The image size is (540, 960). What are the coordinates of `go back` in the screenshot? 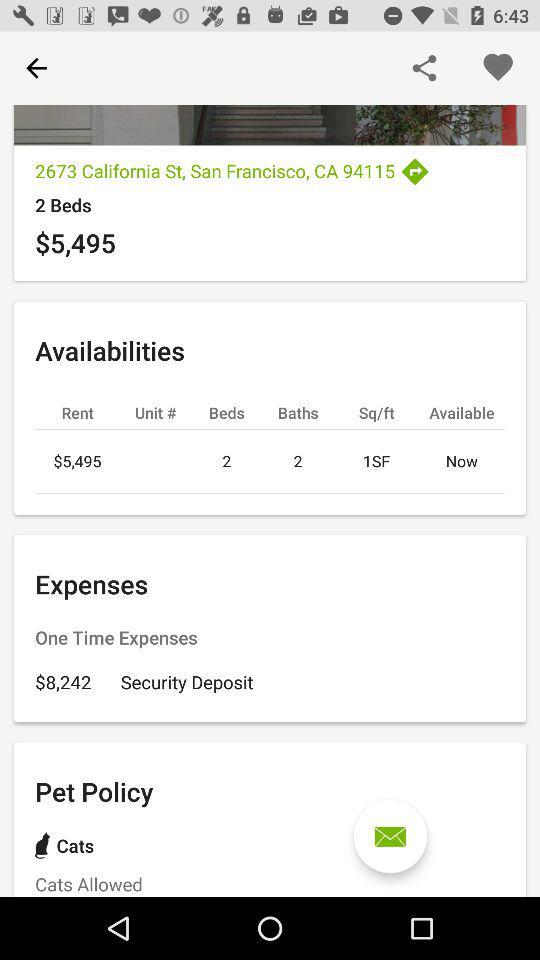 It's located at (36, 68).